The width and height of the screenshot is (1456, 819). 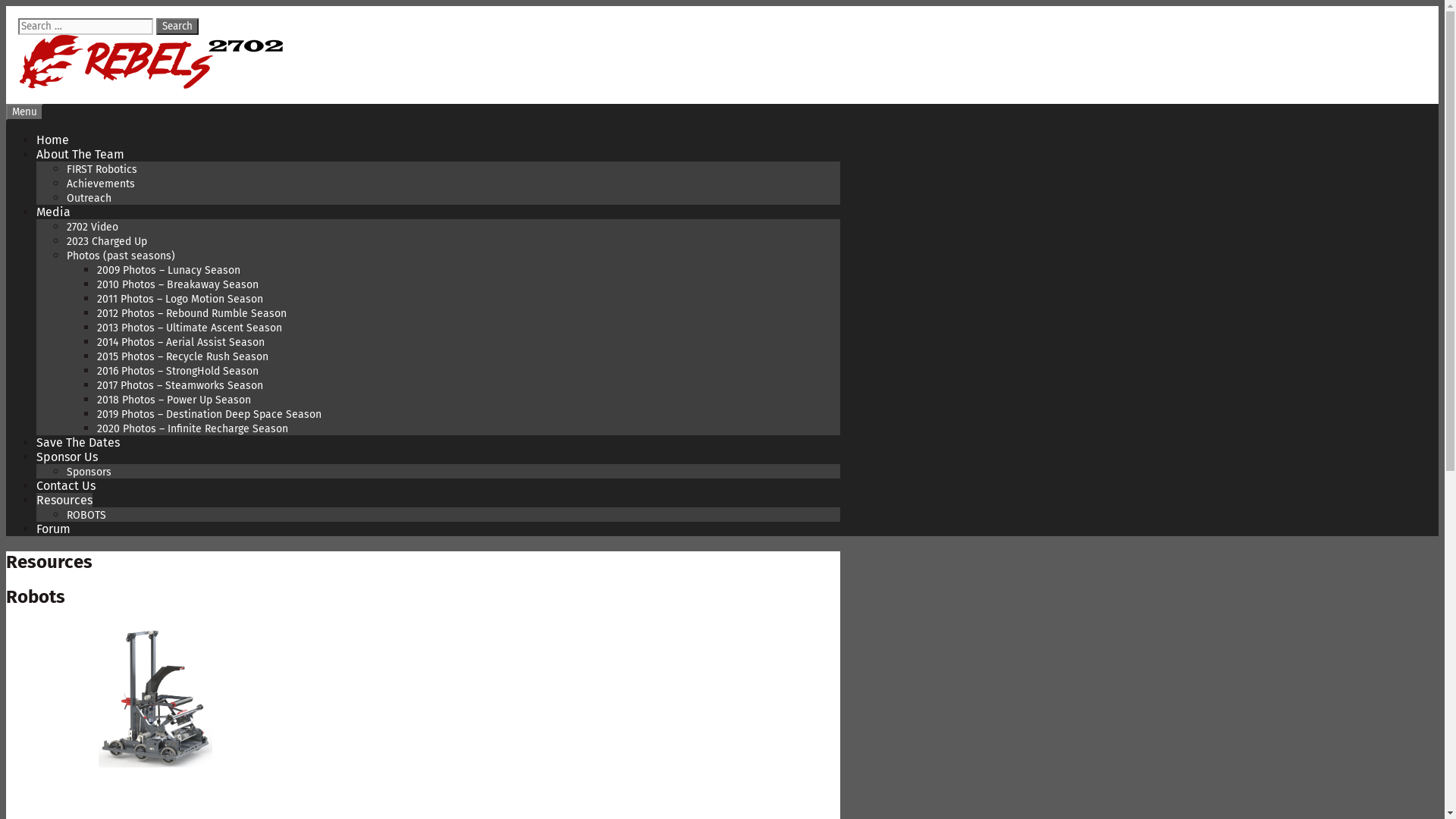 I want to click on 'Achievements', so click(x=100, y=183).